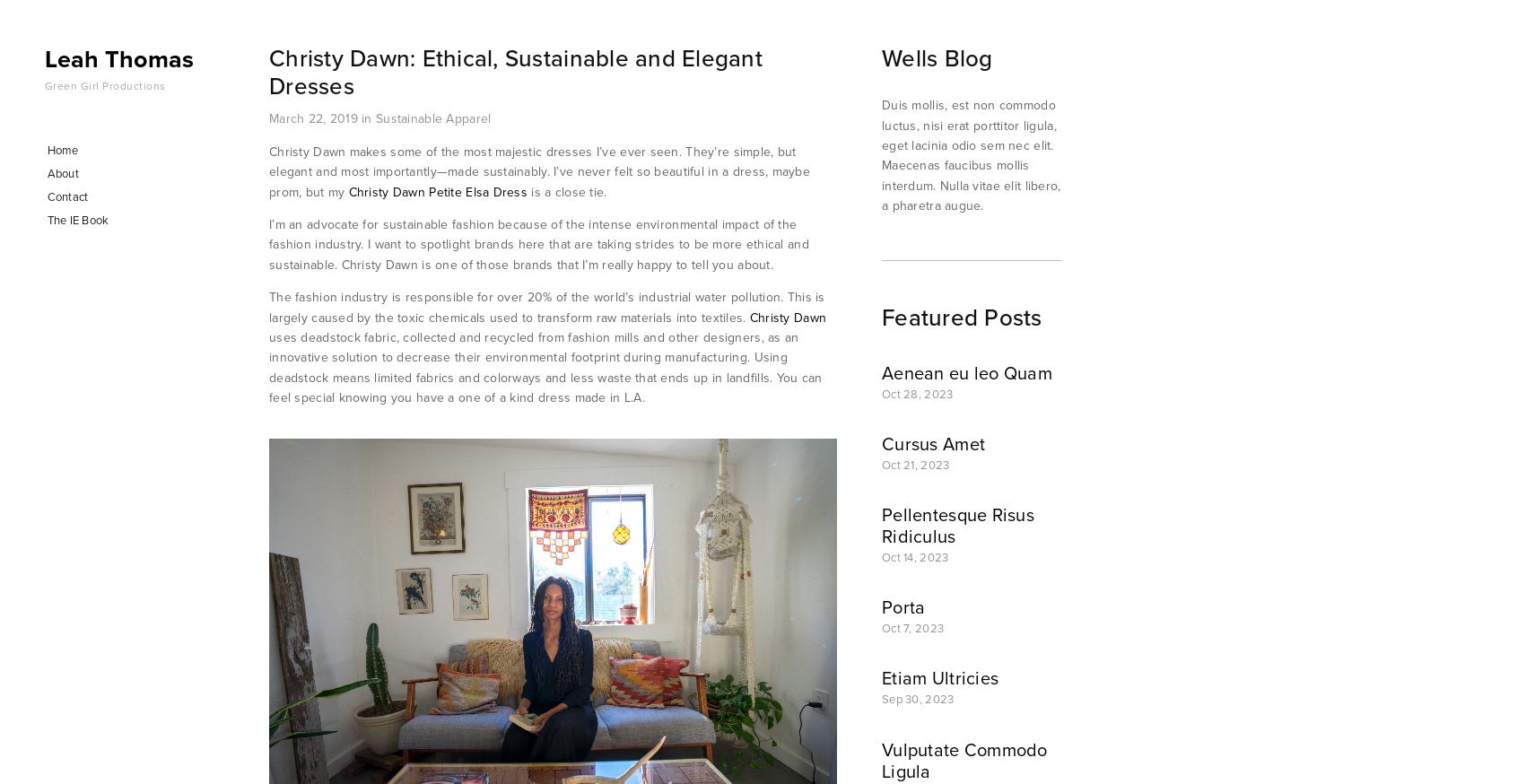 This screenshot has height=784, width=1526. I want to click on 'Etiam Ultricies', so click(939, 677).